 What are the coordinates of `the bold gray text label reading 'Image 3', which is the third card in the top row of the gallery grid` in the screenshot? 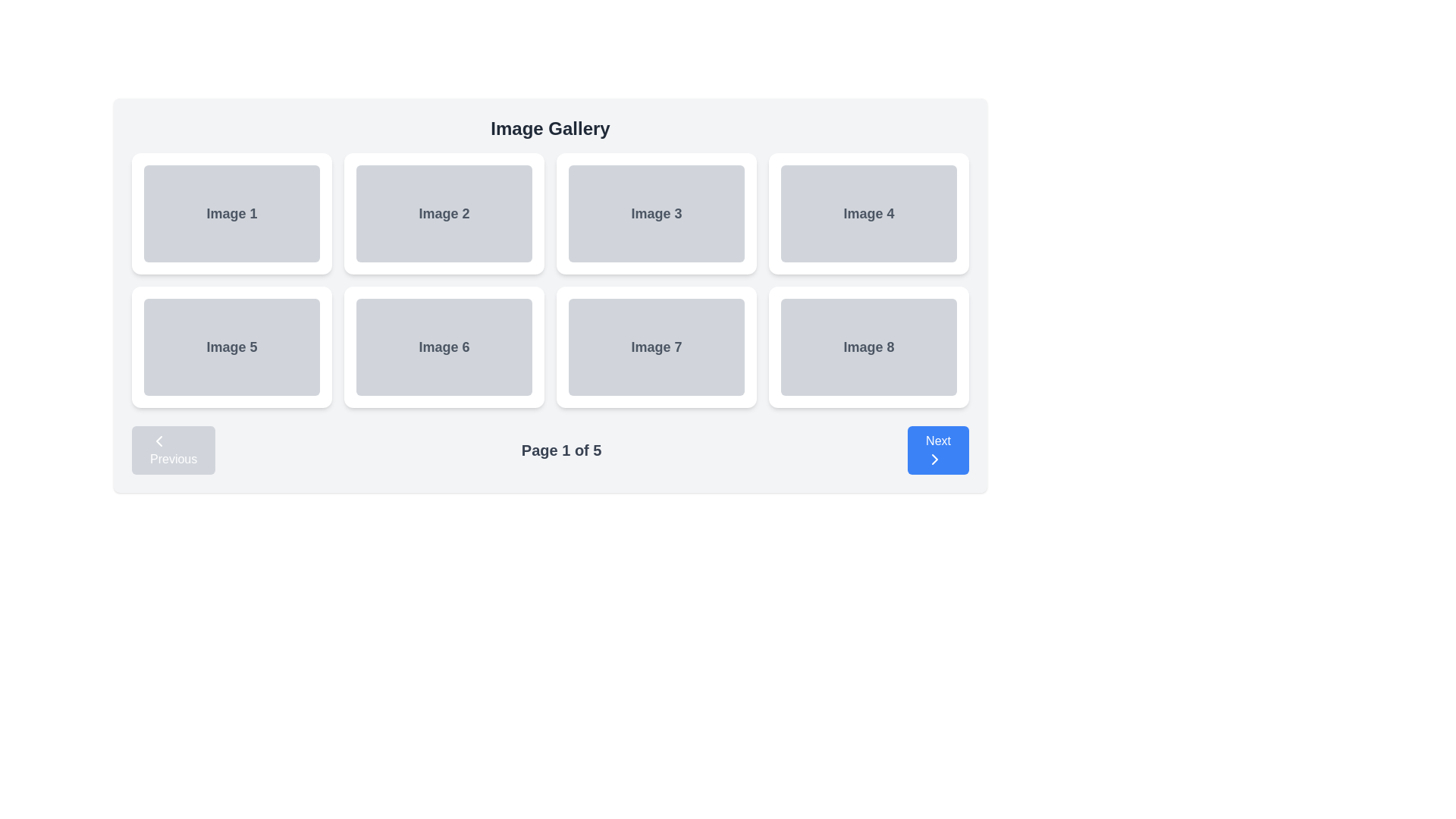 It's located at (656, 213).